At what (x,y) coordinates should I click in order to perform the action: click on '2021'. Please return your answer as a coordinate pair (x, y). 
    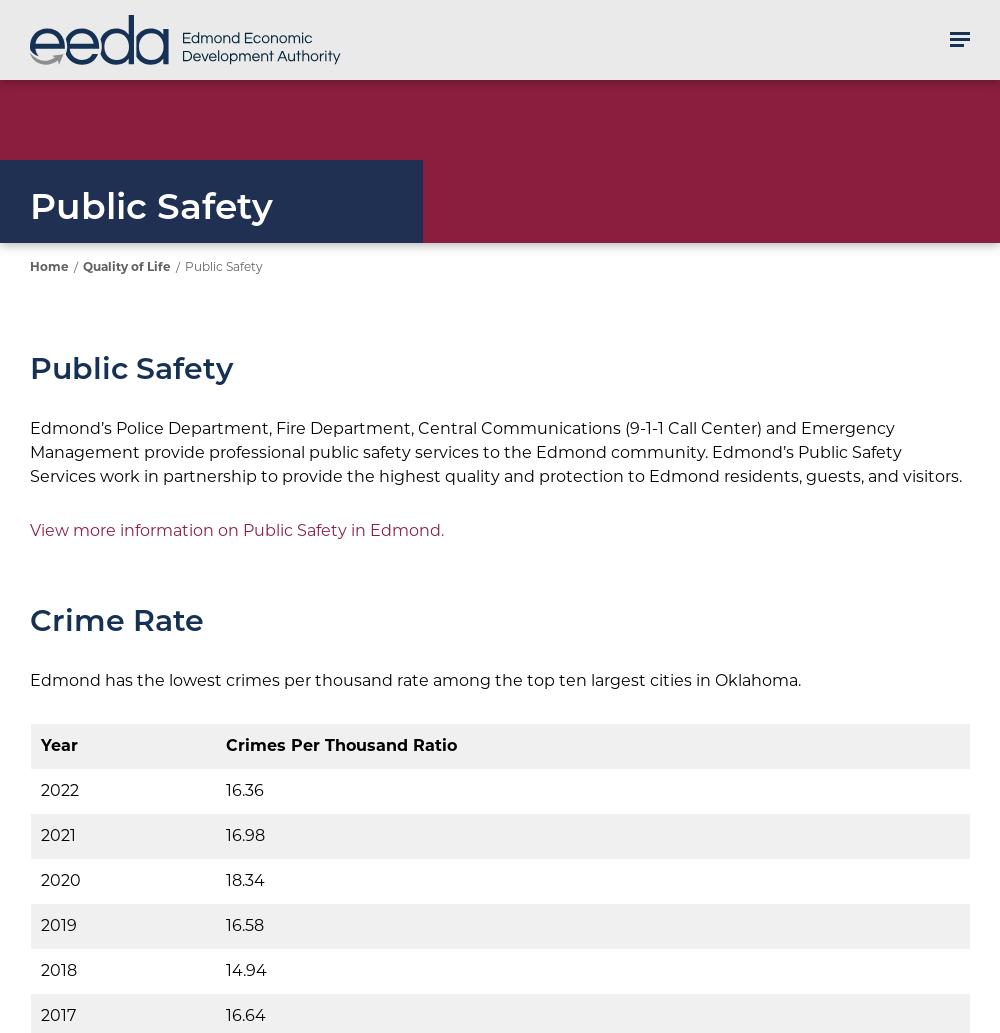
    Looking at the image, I should click on (58, 835).